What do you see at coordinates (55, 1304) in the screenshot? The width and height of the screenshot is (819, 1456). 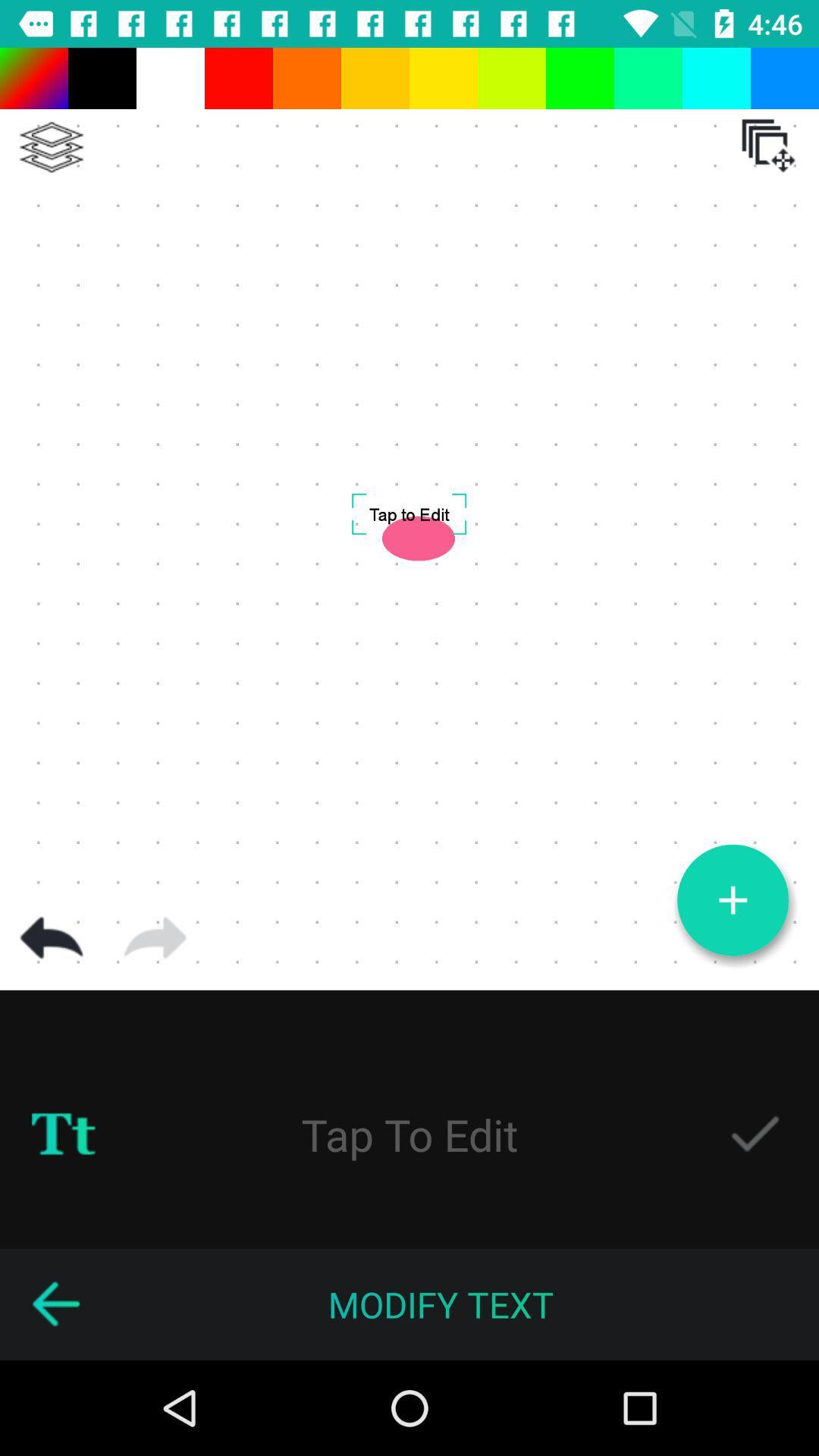 I see `go back` at bounding box center [55, 1304].